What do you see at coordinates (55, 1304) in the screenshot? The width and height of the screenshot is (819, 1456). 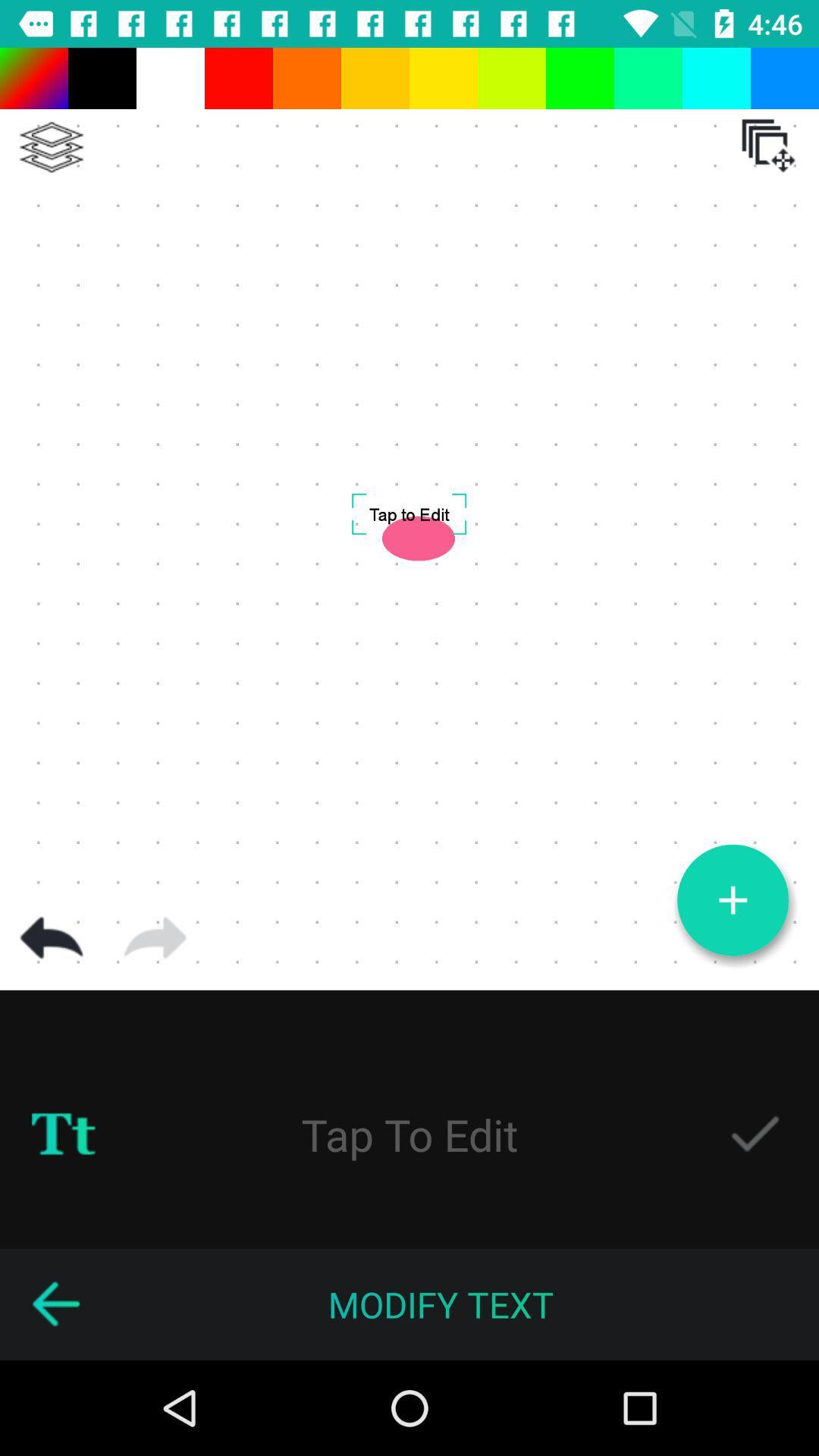 I see `go back` at bounding box center [55, 1304].